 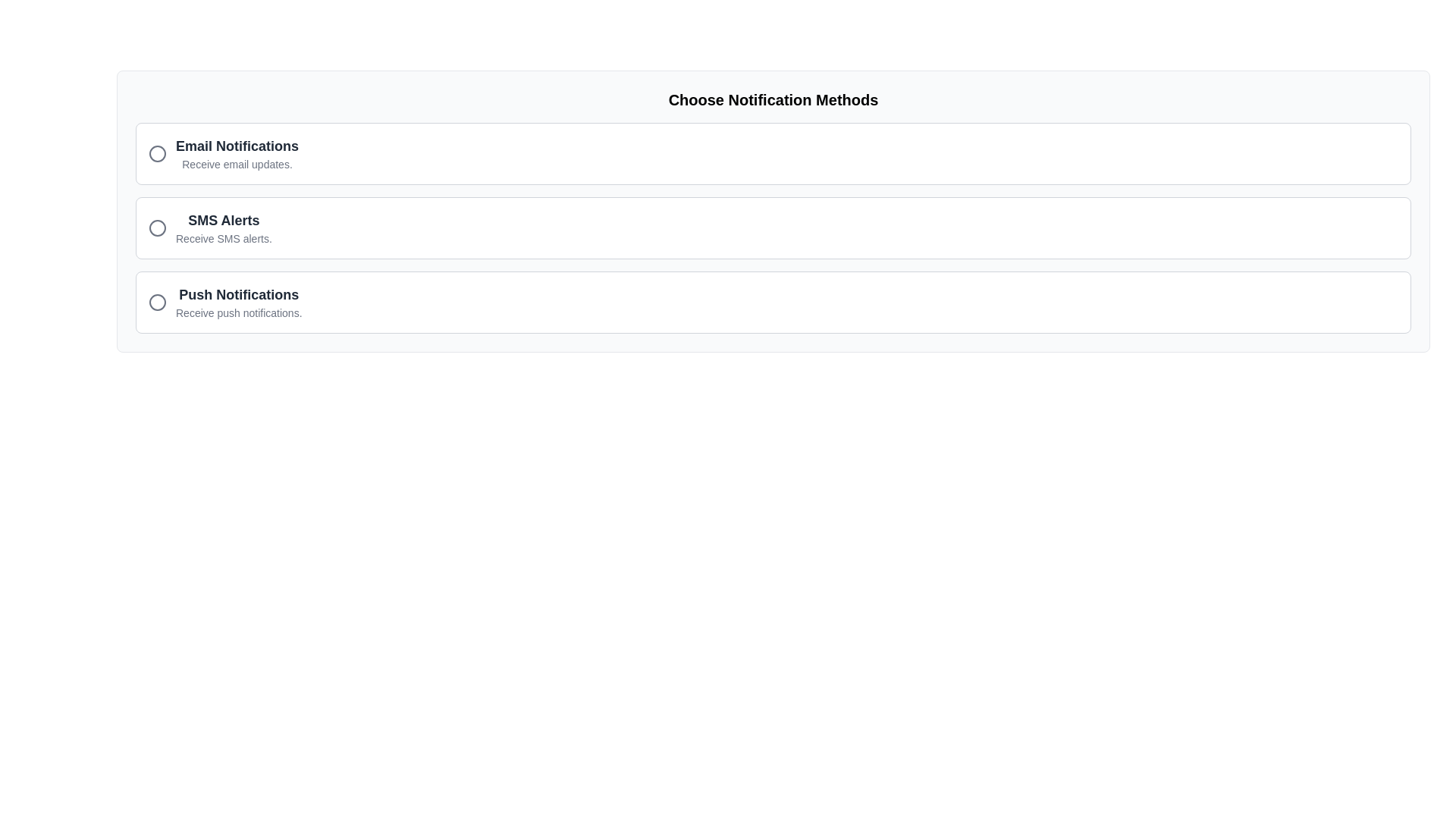 I want to click on the circular radio button indicator for 'SMS Alerts' to trigger any available hover effects, so click(x=157, y=227).